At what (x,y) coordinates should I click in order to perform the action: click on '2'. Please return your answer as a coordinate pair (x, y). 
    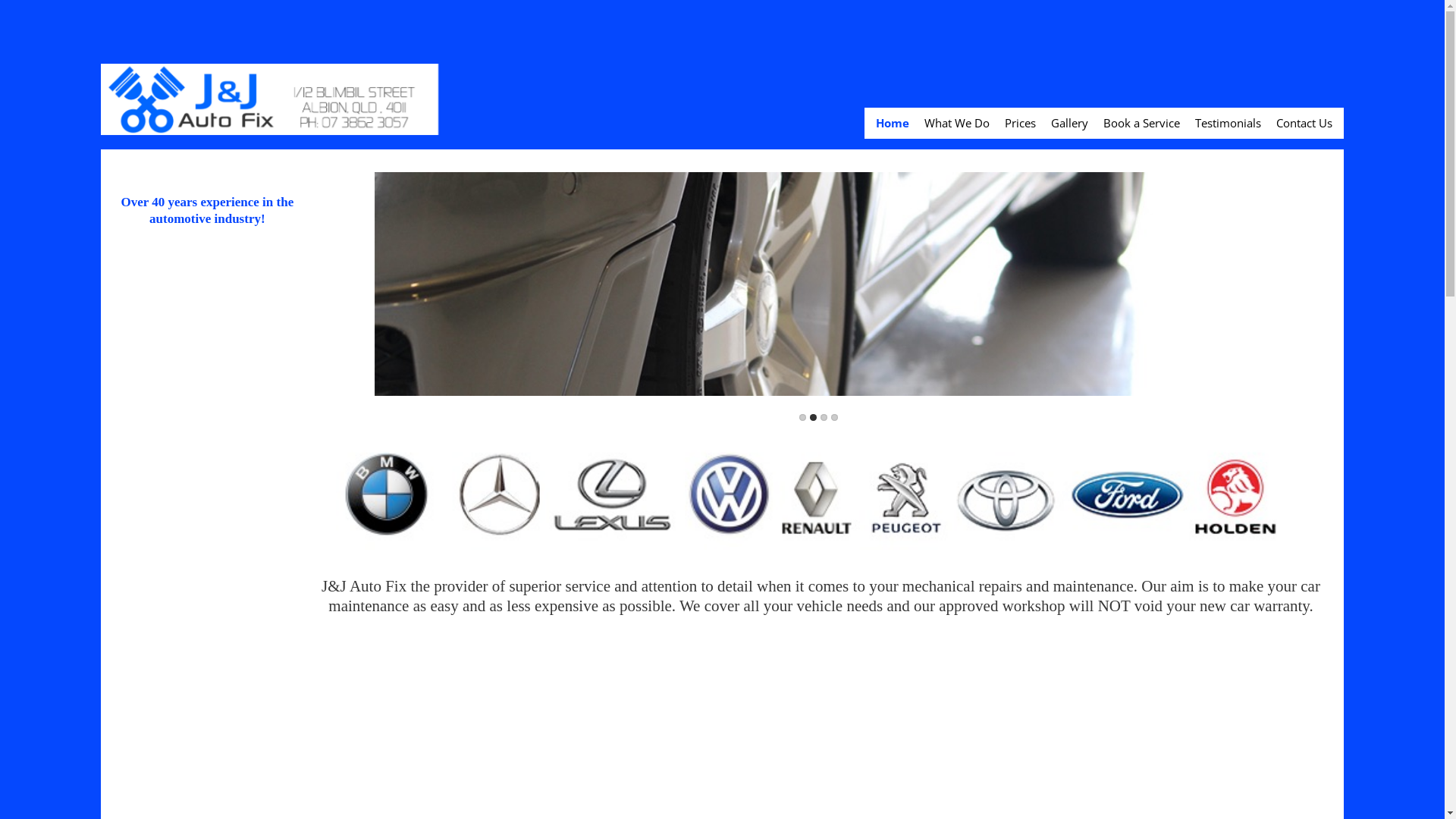
    Looking at the image, I should click on (812, 417).